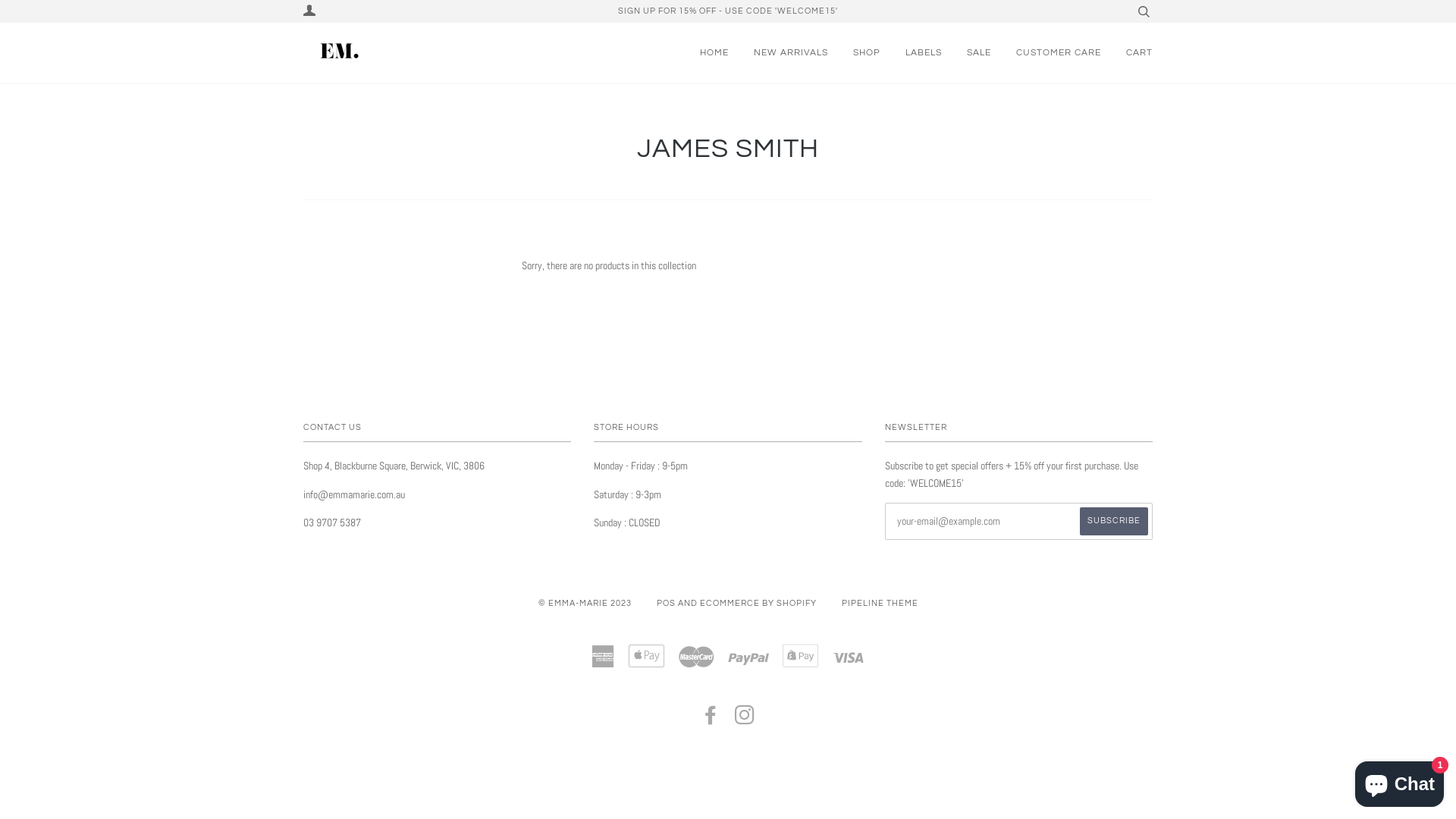 Image resolution: width=1456 pixels, height=819 pixels. What do you see at coordinates (1139, 52) in the screenshot?
I see `'CART'` at bounding box center [1139, 52].